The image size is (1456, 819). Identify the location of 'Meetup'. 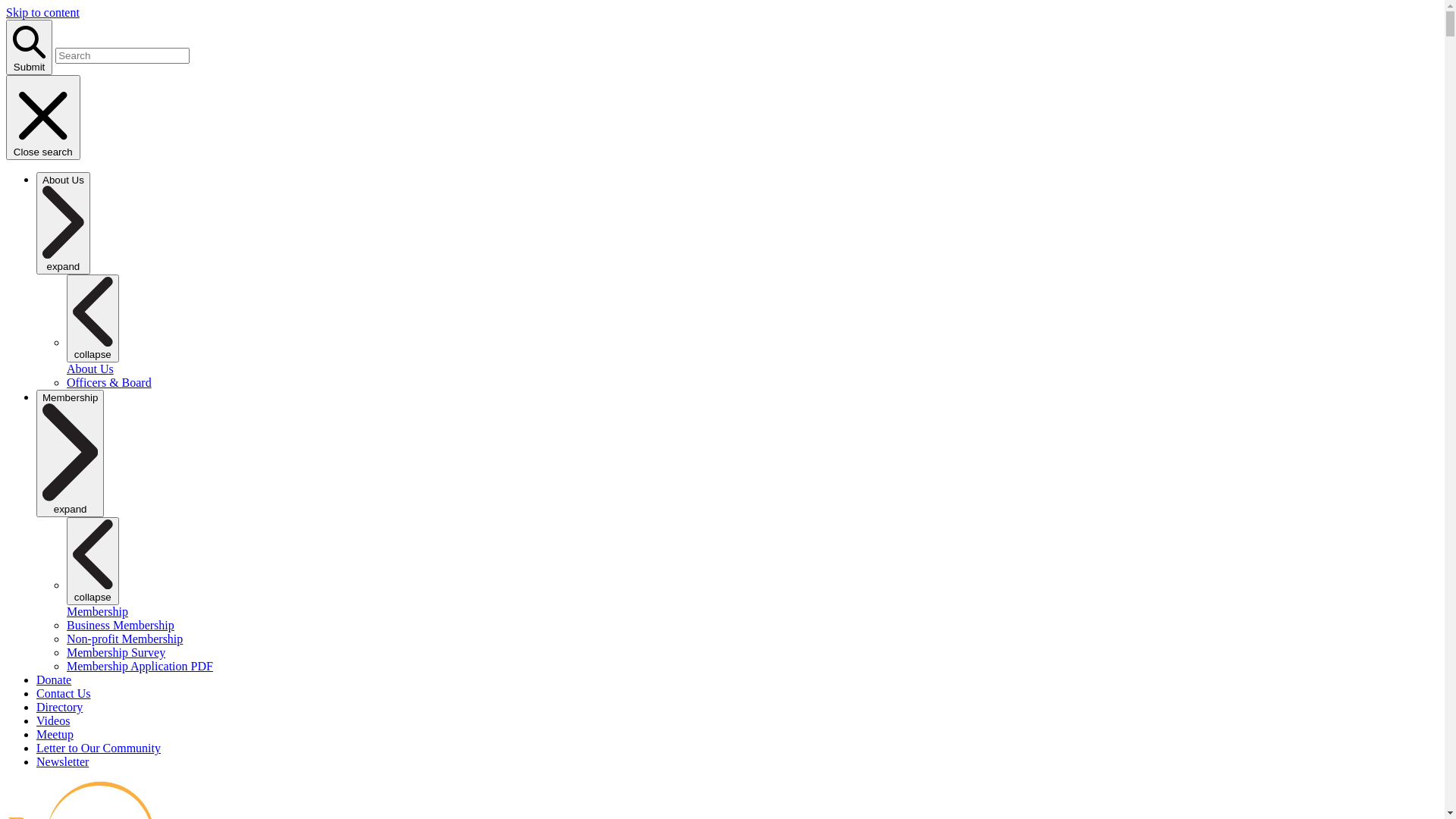
(55, 733).